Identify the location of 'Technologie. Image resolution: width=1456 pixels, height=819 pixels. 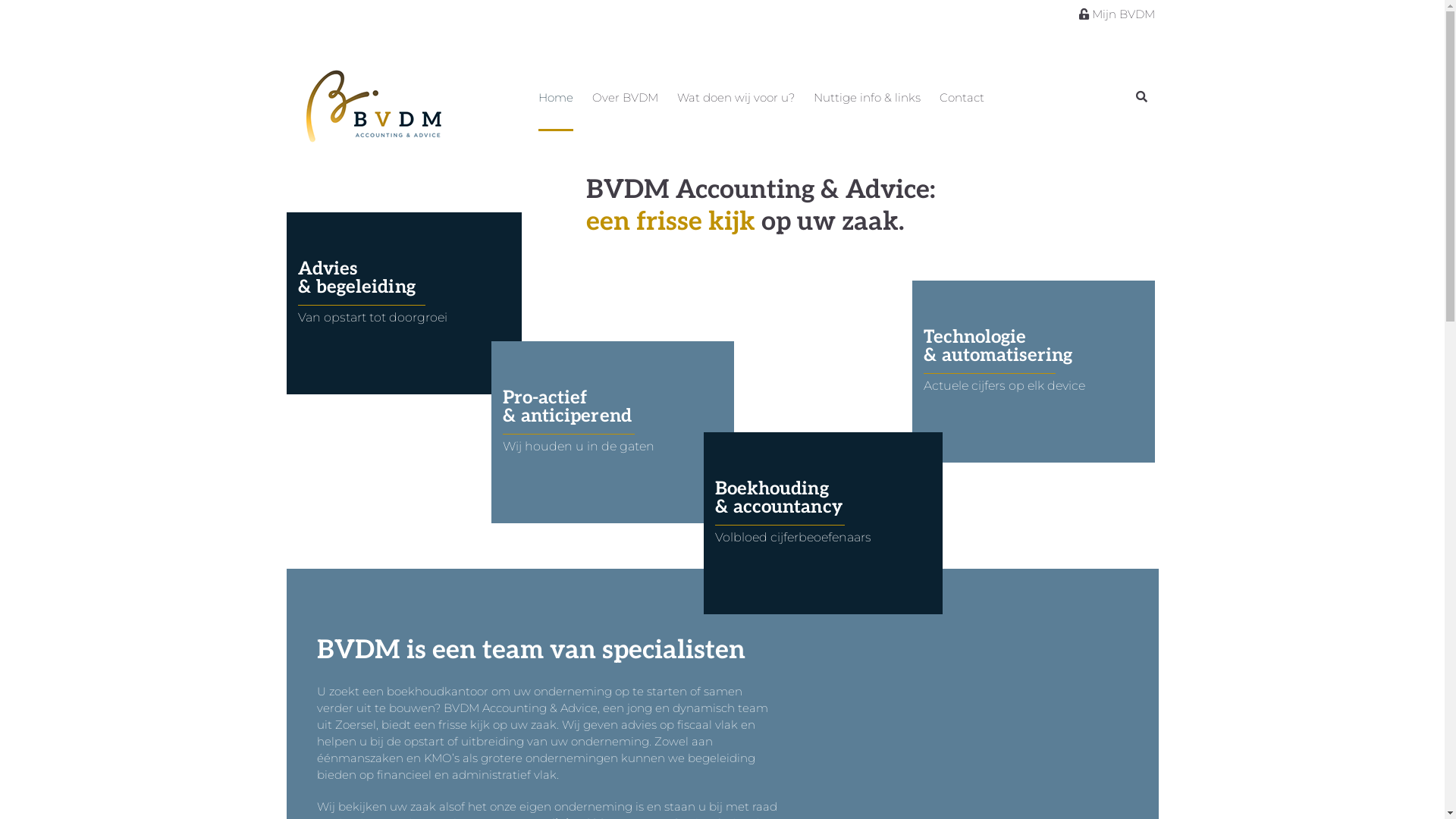
(998, 346).